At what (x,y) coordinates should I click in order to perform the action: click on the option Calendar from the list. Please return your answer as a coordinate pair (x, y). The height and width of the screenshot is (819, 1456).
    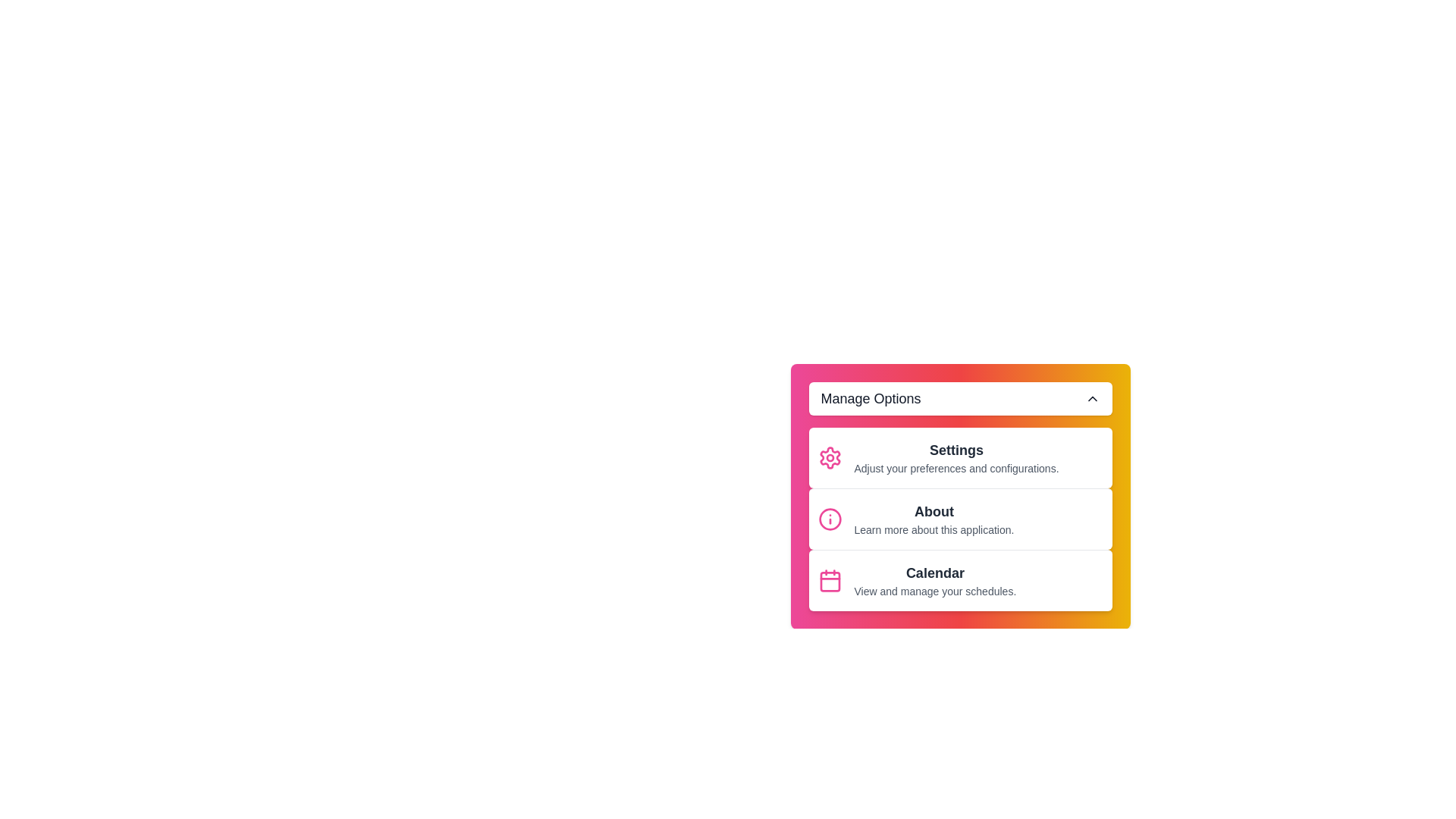
    Looking at the image, I should click on (959, 580).